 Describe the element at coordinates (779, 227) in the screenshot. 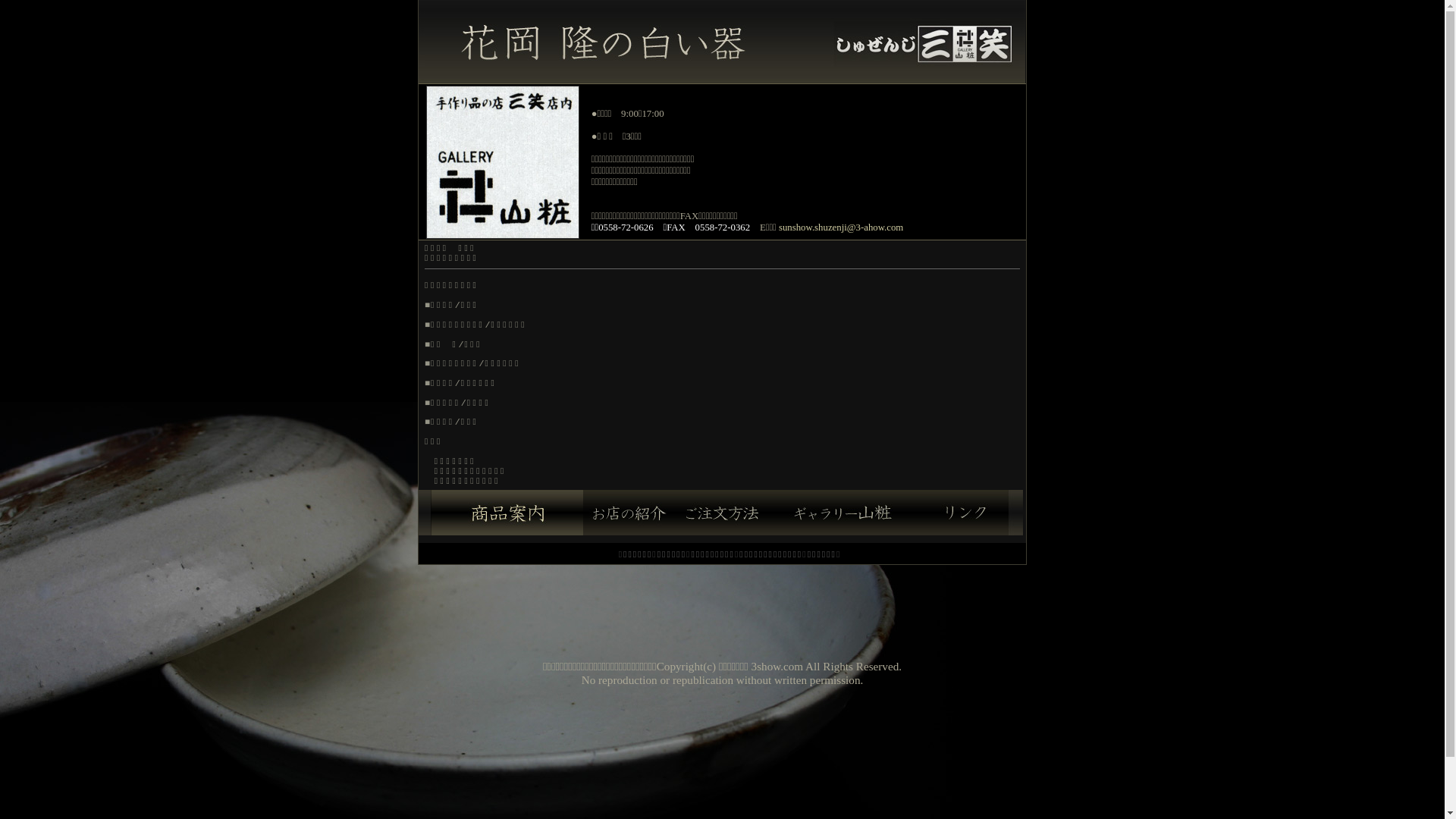

I see `'sunshow.shuzenji@3-ahow.com'` at that location.